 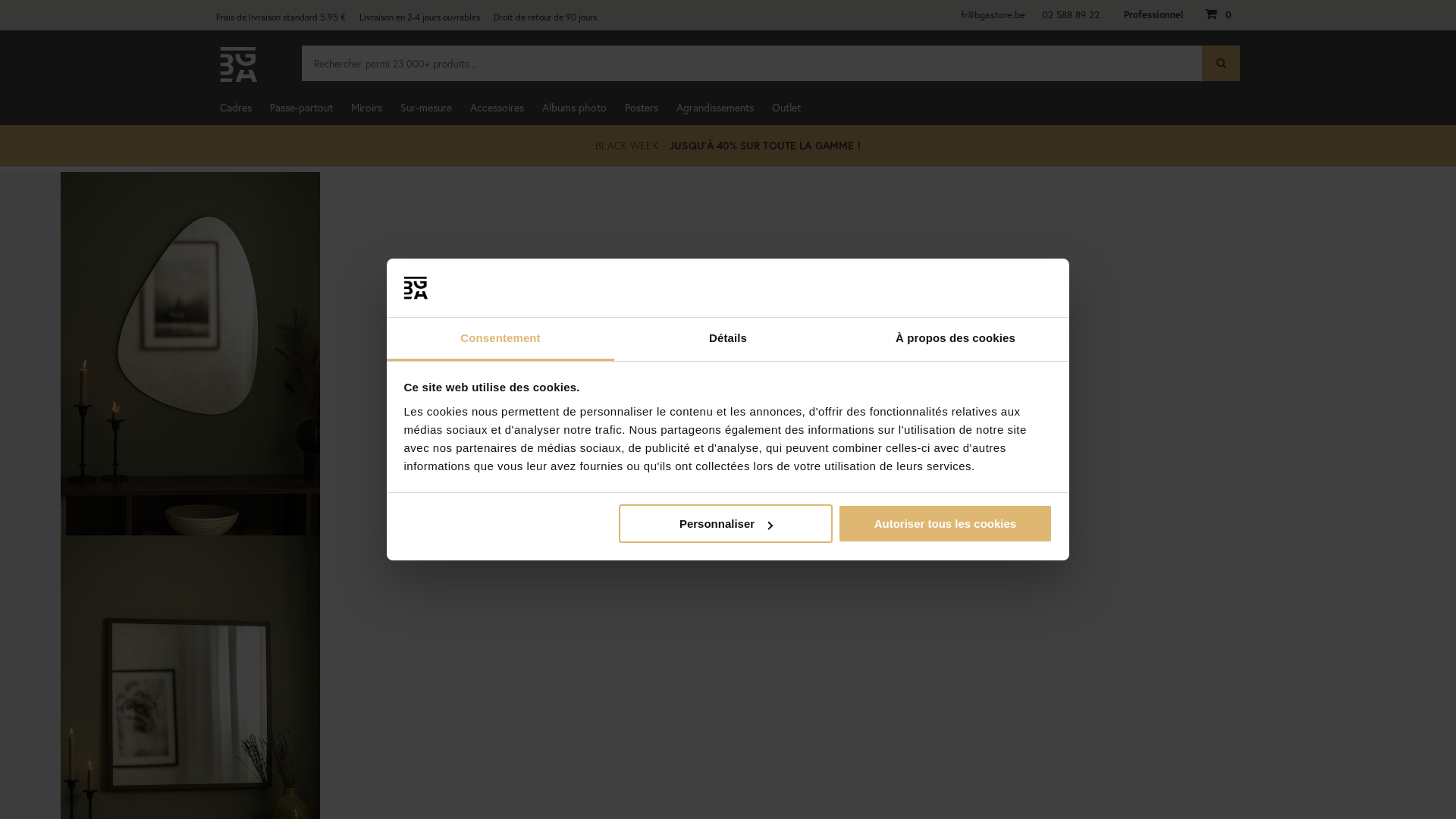 What do you see at coordinates (944, 522) in the screenshot?
I see `'Autoriser tous les cookies'` at bounding box center [944, 522].